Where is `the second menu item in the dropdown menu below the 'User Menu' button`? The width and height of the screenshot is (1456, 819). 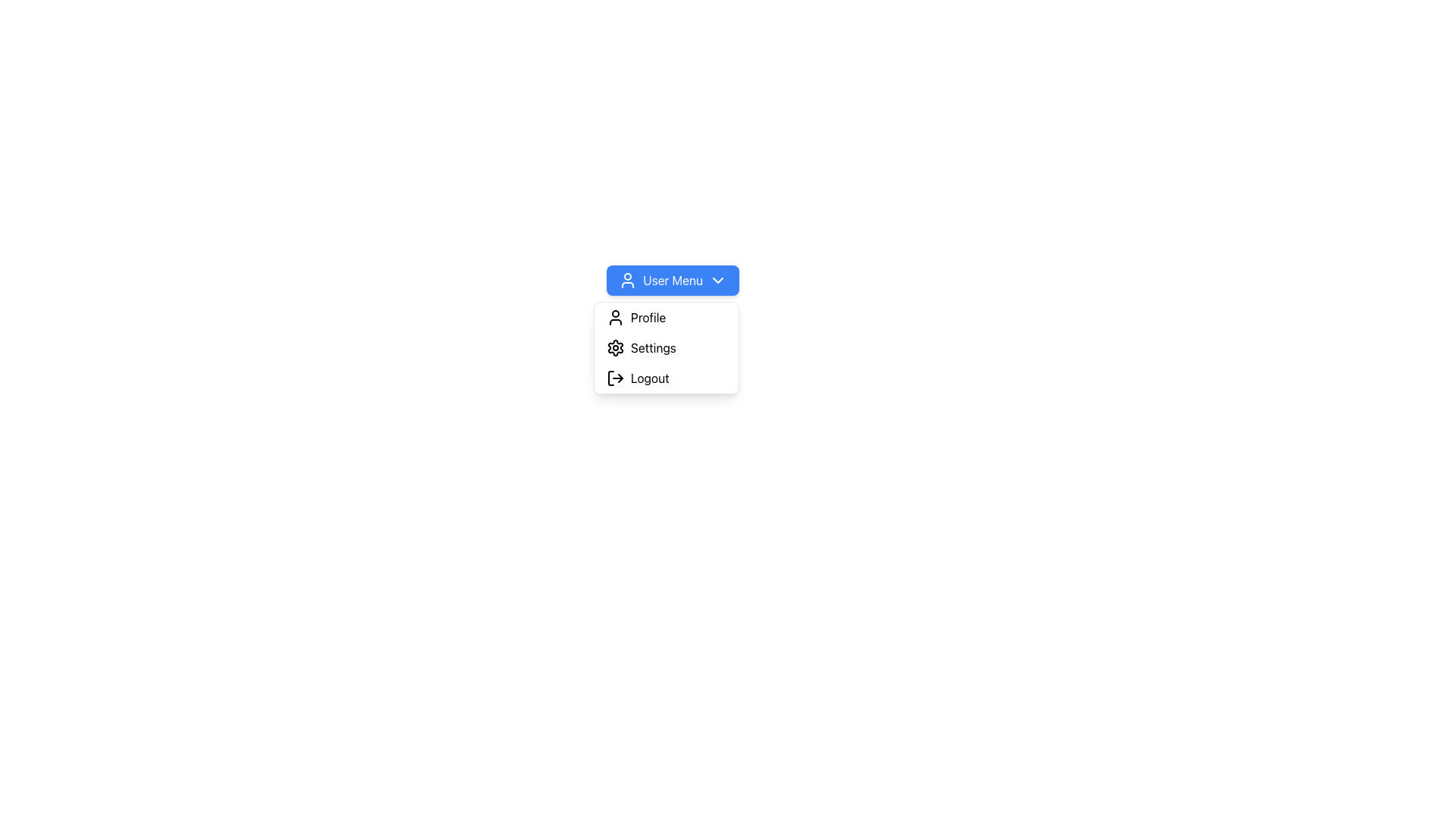
the second menu item in the dropdown menu below the 'User Menu' button is located at coordinates (666, 348).